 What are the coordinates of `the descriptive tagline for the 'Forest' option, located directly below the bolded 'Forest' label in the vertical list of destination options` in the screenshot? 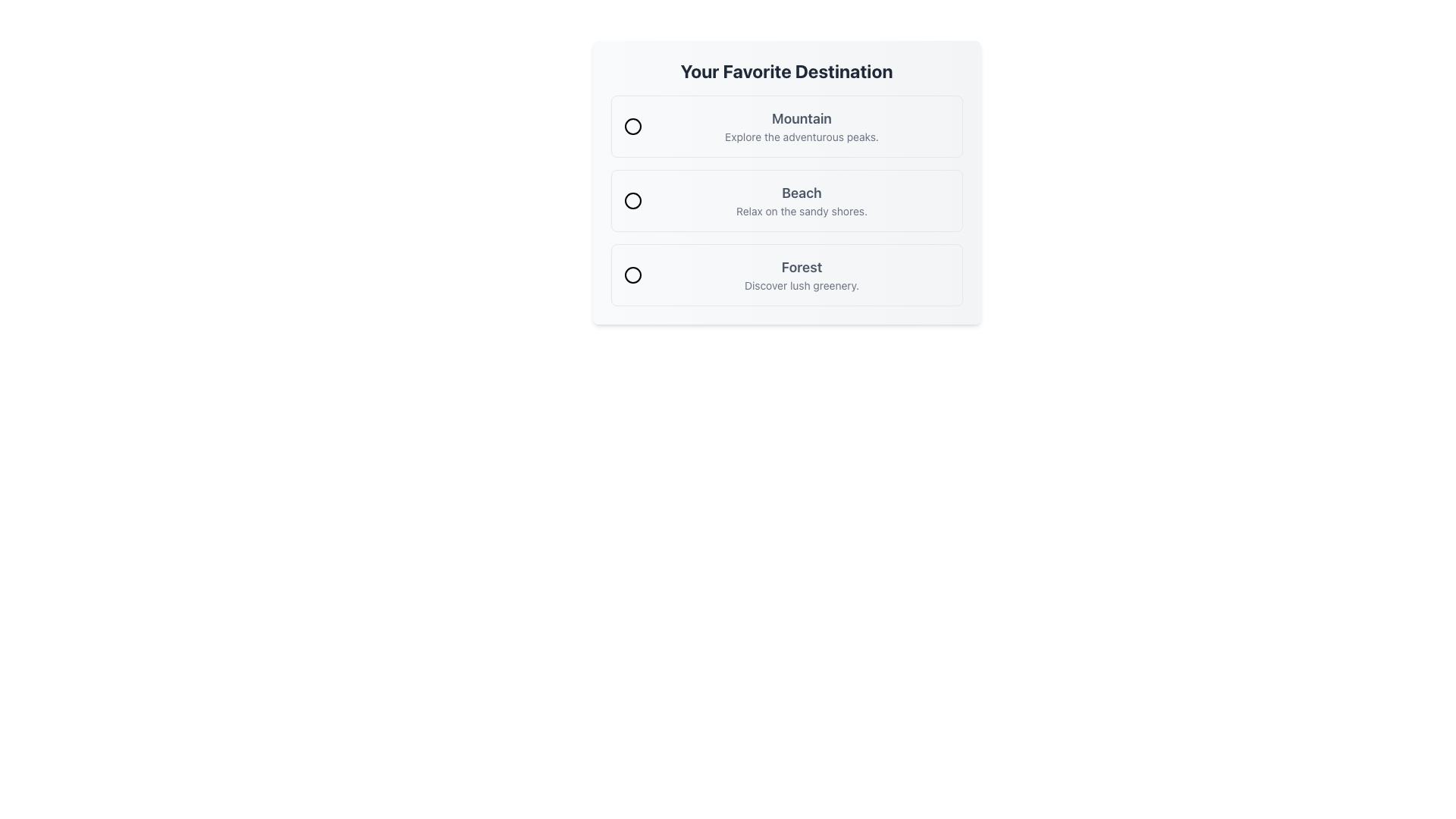 It's located at (801, 286).